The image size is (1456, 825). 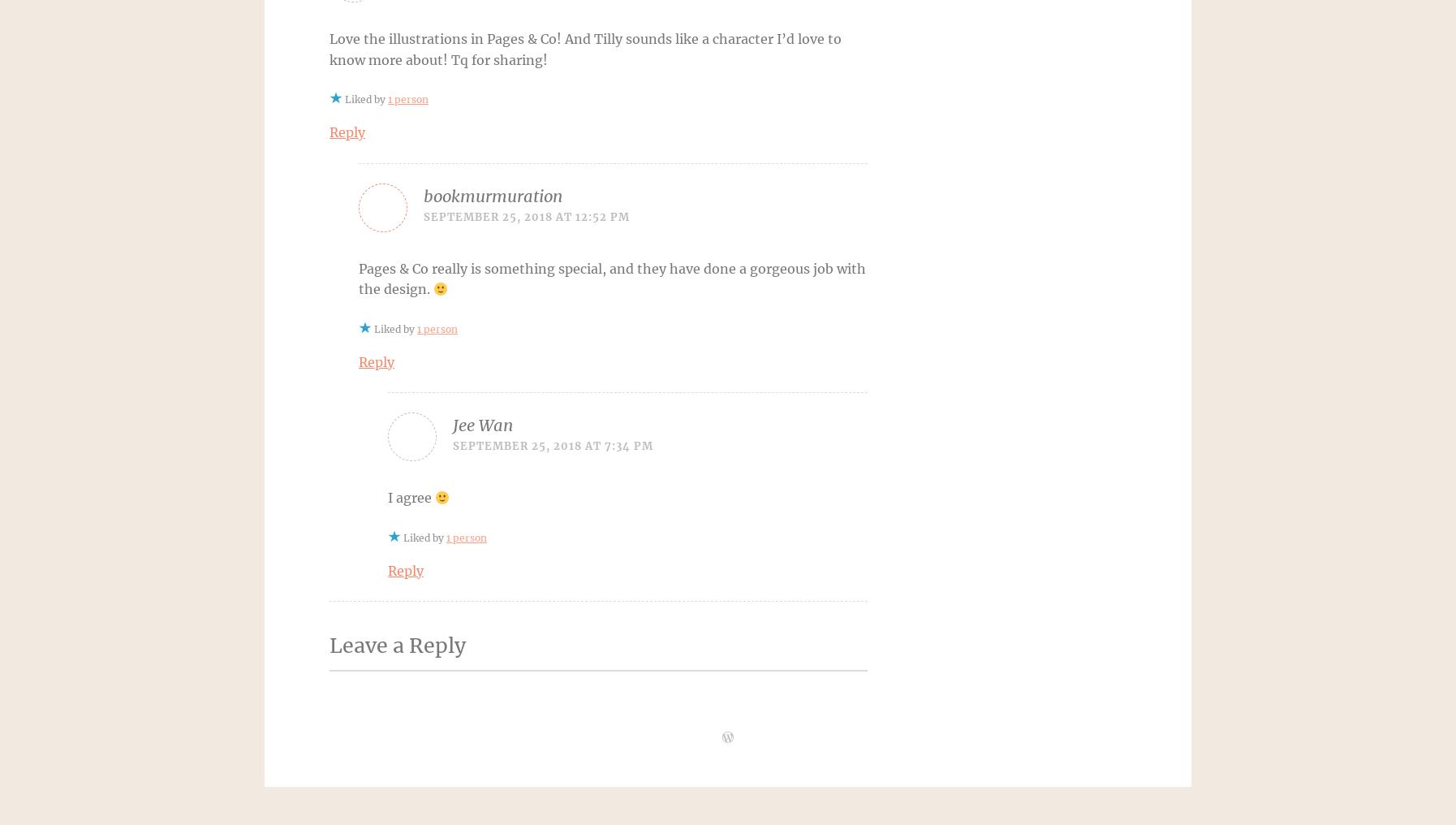 I want to click on 'bookmurmuration', so click(x=493, y=195).